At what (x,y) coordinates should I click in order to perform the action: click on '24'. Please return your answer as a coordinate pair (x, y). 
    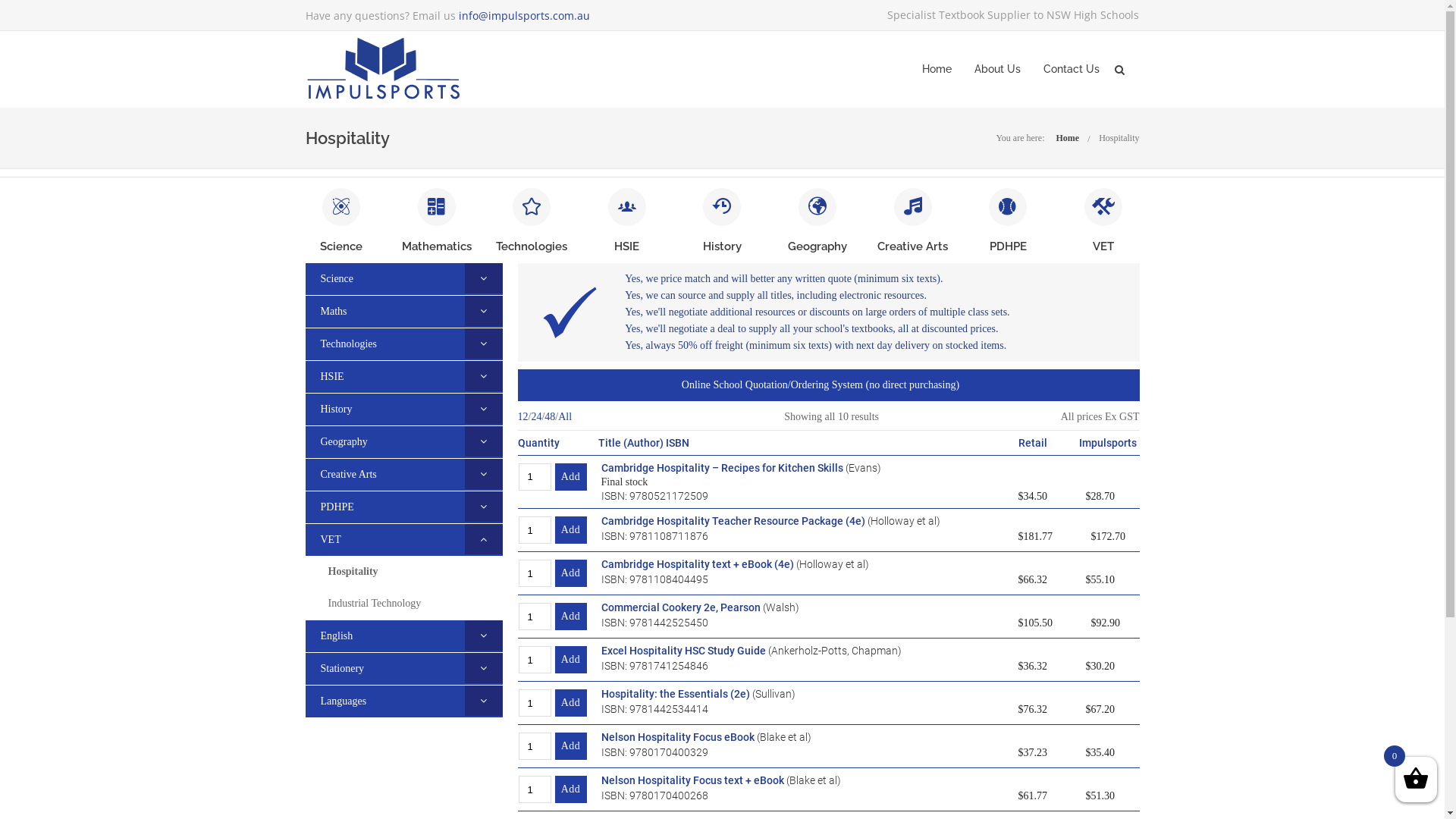
    Looking at the image, I should click on (535, 417).